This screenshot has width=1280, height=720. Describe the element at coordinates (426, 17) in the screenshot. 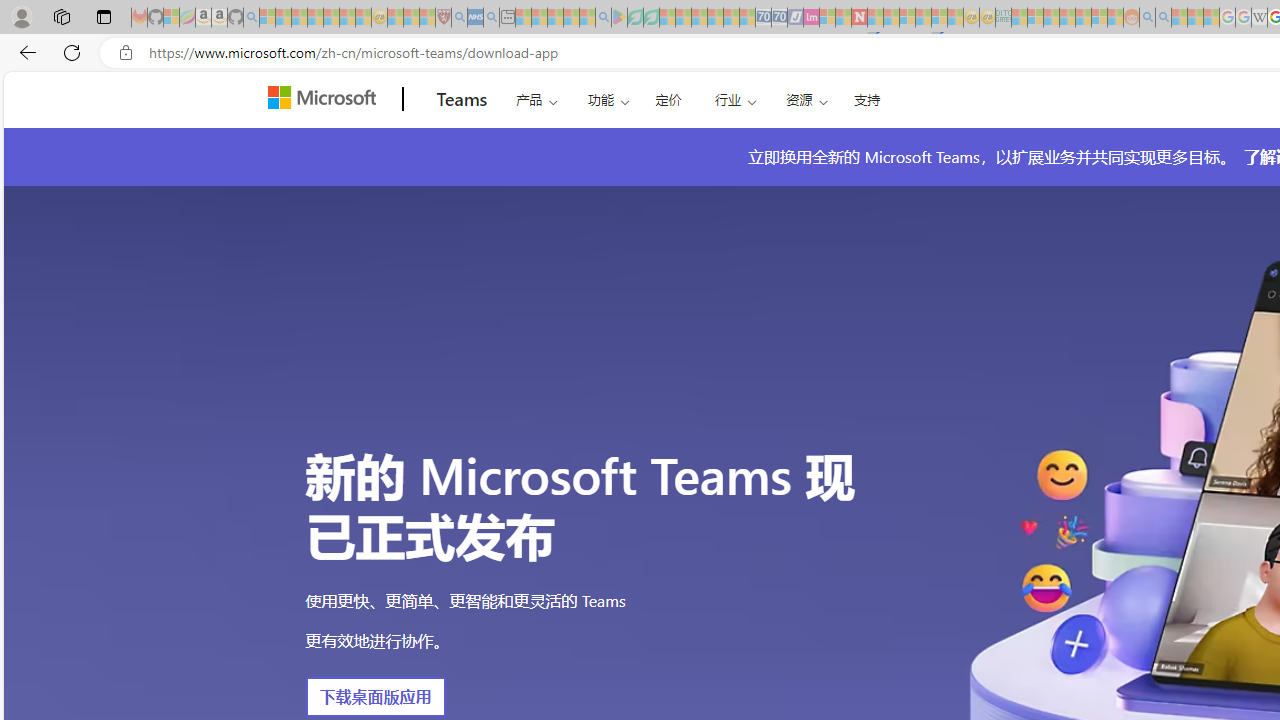

I see `'Local - MSN - Sleeping'` at that location.